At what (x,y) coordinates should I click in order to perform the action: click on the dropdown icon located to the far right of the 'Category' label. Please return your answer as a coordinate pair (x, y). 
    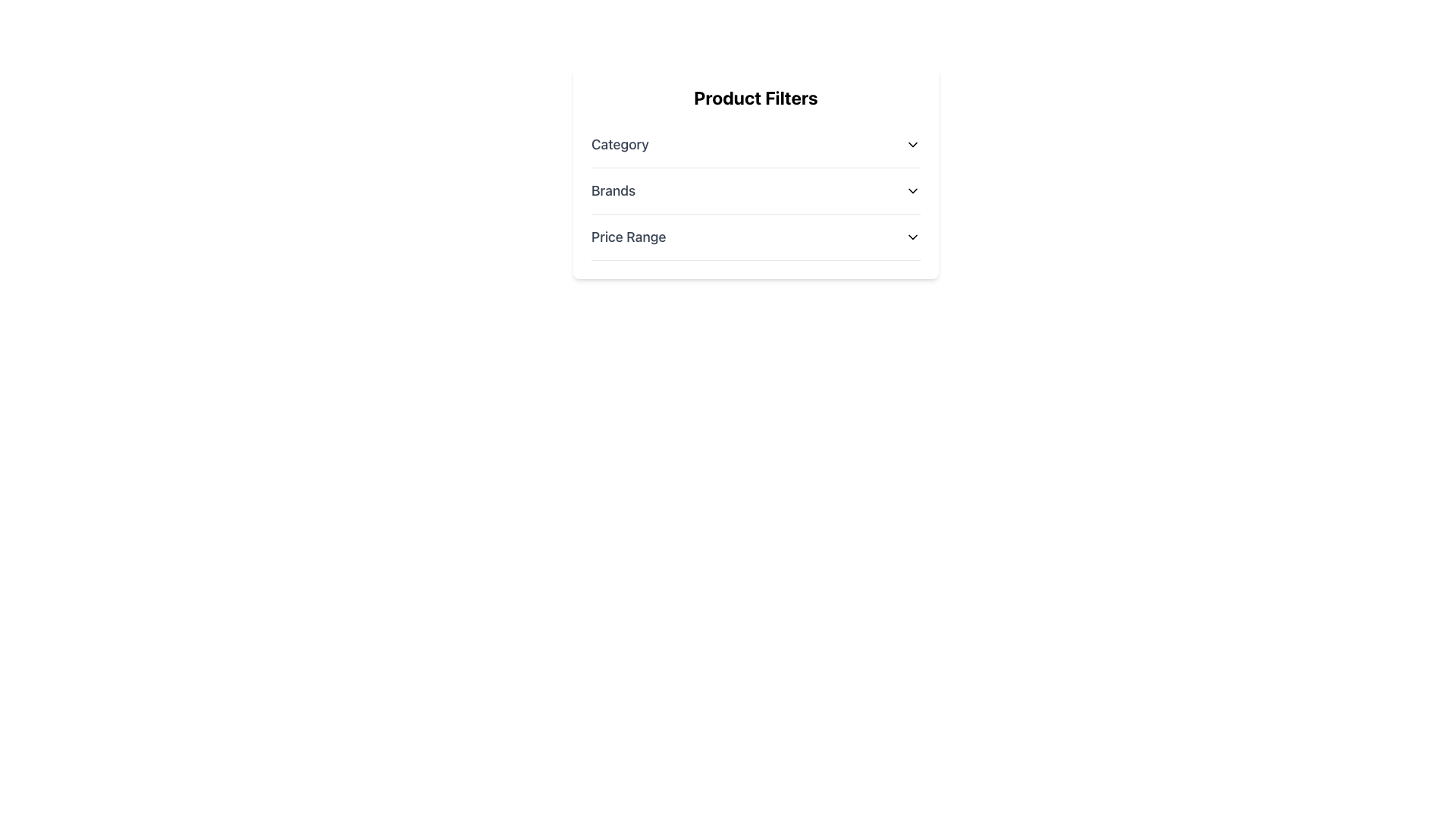
    Looking at the image, I should click on (912, 145).